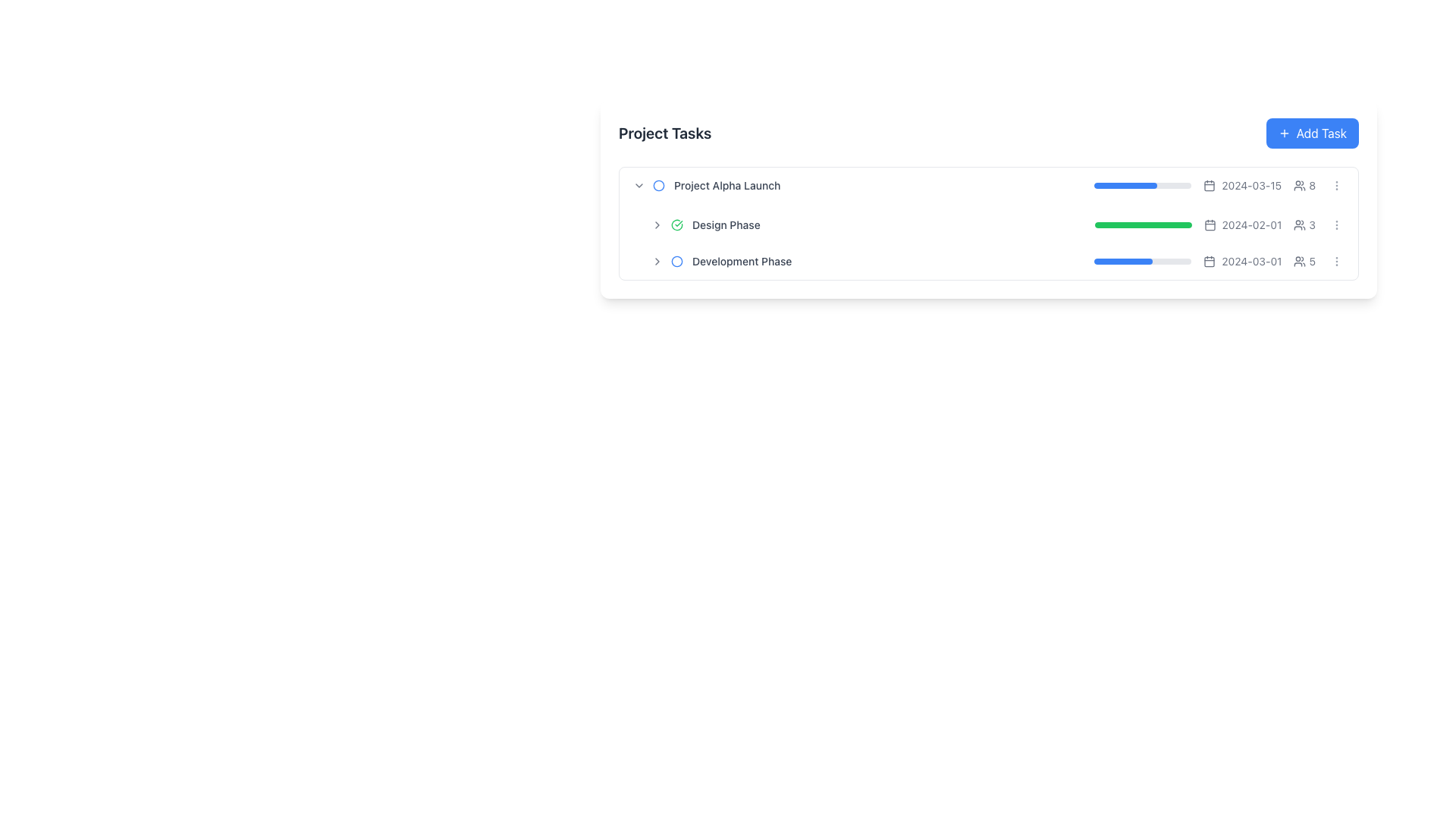 This screenshot has width=1456, height=819. Describe the element at coordinates (1320, 133) in the screenshot. I see `the 'Add Task' button located in the top-right corner of the task list interface` at that location.